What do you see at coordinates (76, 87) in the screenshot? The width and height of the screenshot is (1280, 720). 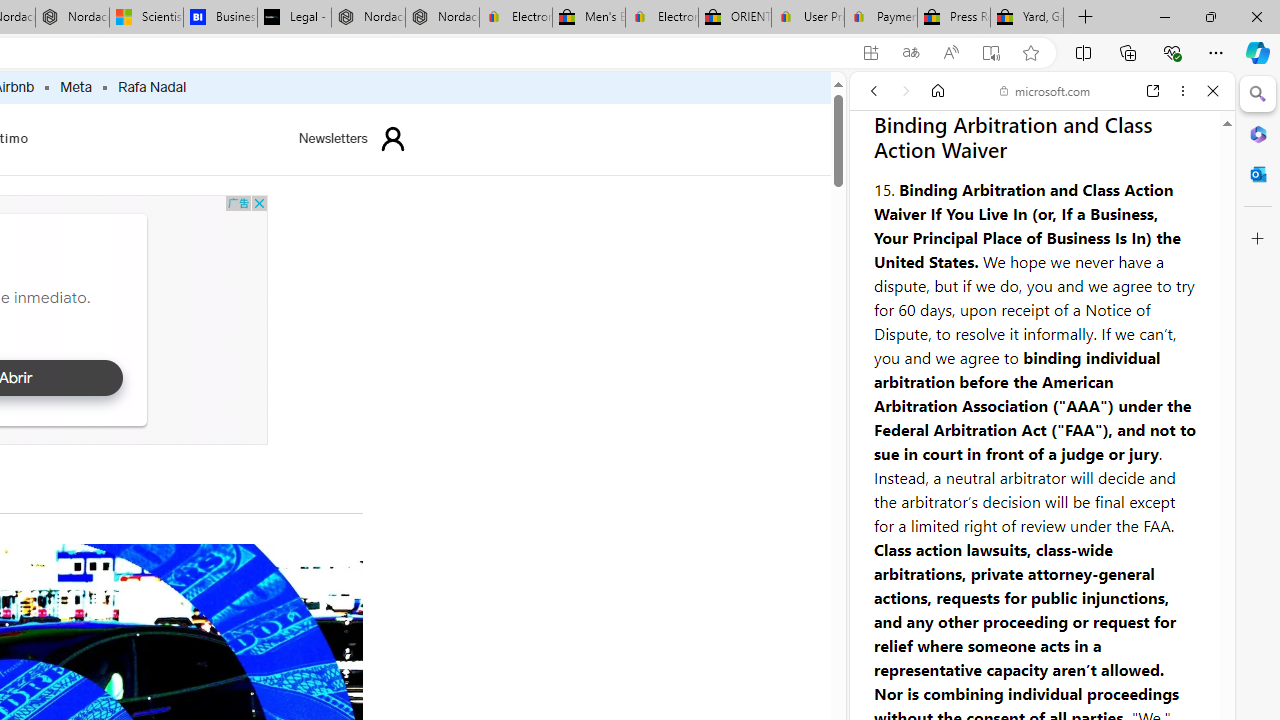 I see `'Meta'` at bounding box center [76, 87].